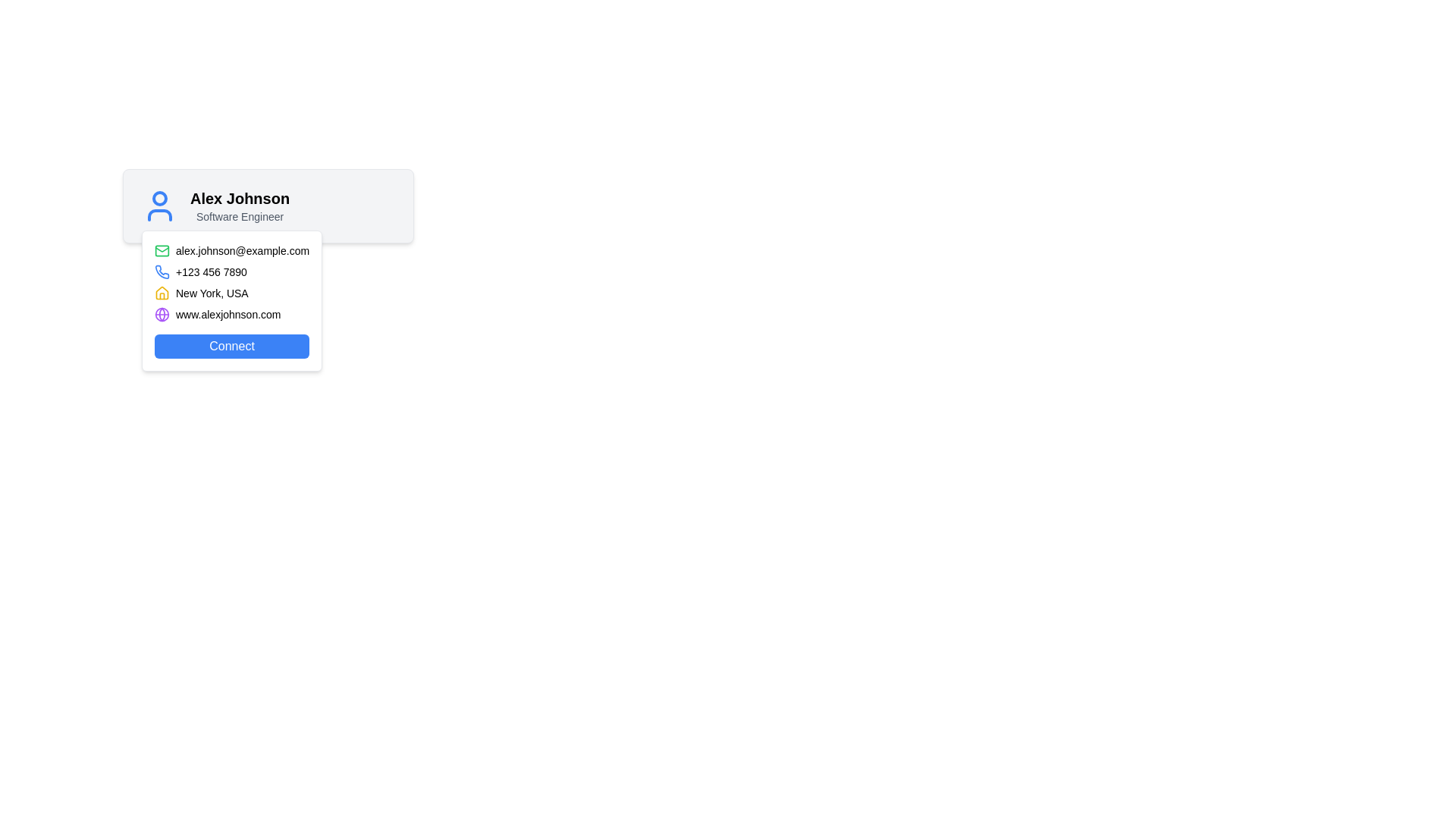 Image resolution: width=1456 pixels, height=819 pixels. Describe the element at coordinates (231, 301) in the screenshot. I see `the static text label displaying the address 'New York, USA' which is the third item in the list within the pop-up card below the 'Software Engineer' header` at that location.